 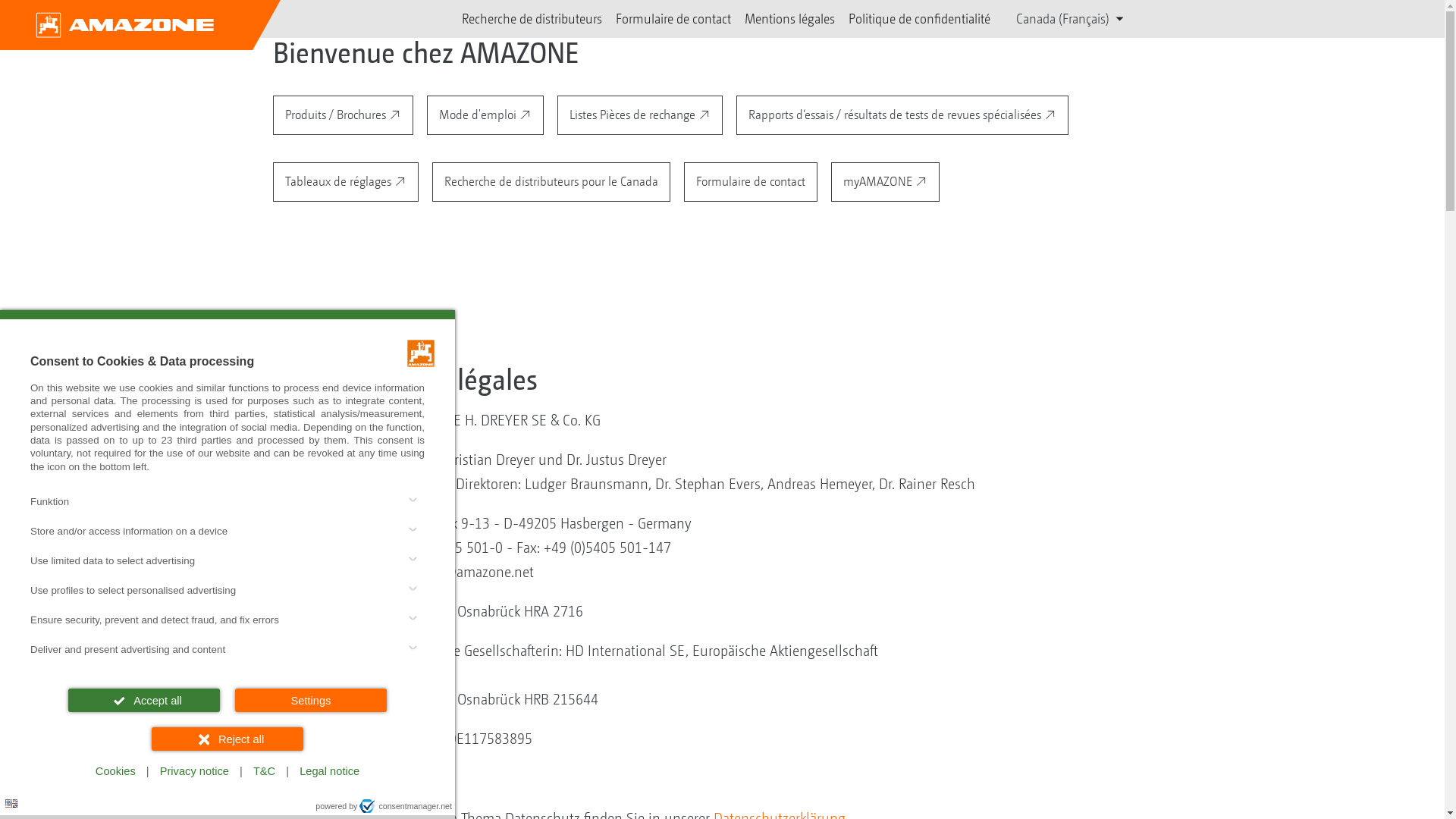 I want to click on 'consentmanager.net', so click(x=405, y=805).